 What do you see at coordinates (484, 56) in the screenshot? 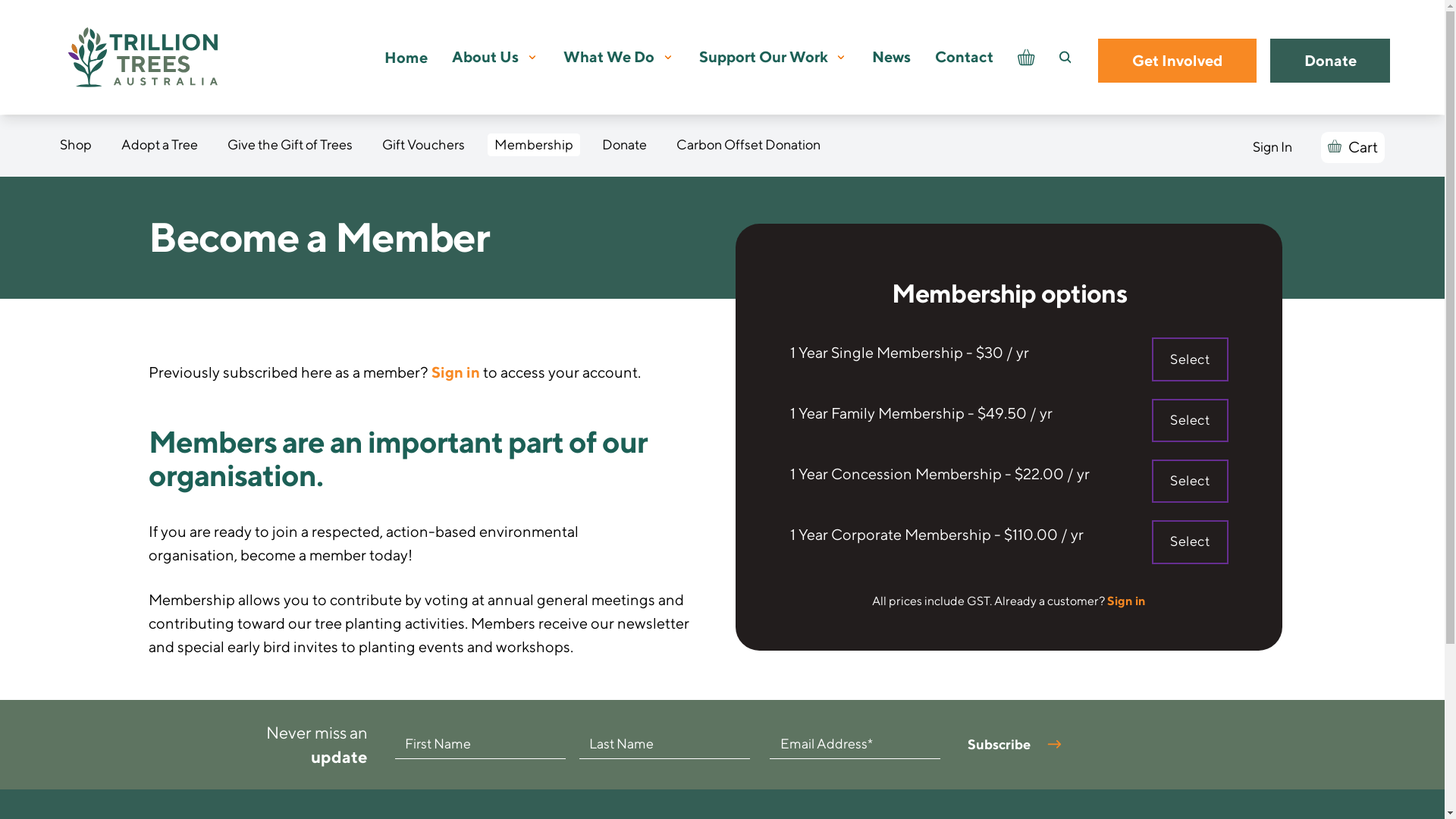
I see `'About Us'` at bounding box center [484, 56].